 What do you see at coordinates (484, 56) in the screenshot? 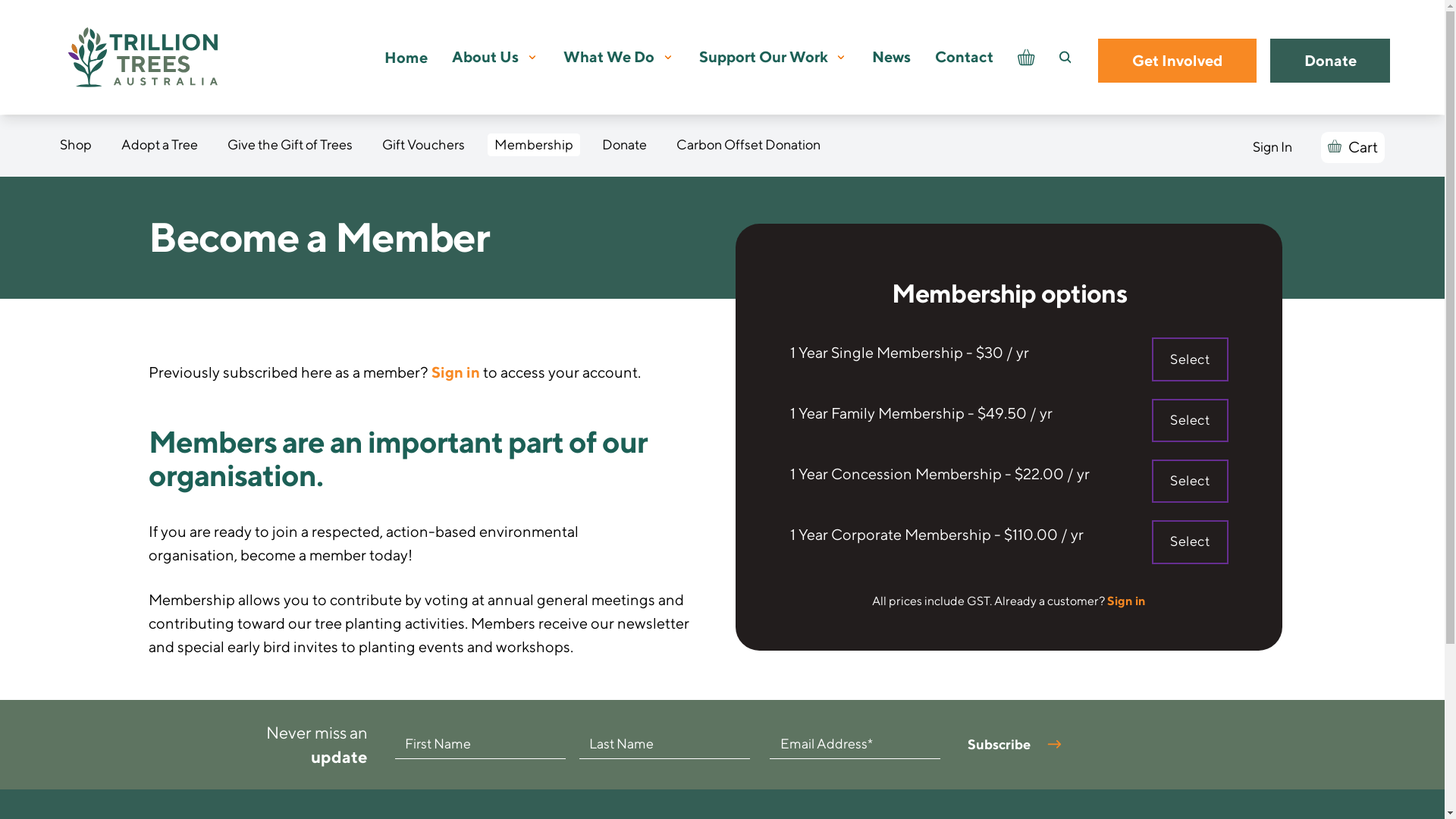
I see `'About Us'` at bounding box center [484, 56].